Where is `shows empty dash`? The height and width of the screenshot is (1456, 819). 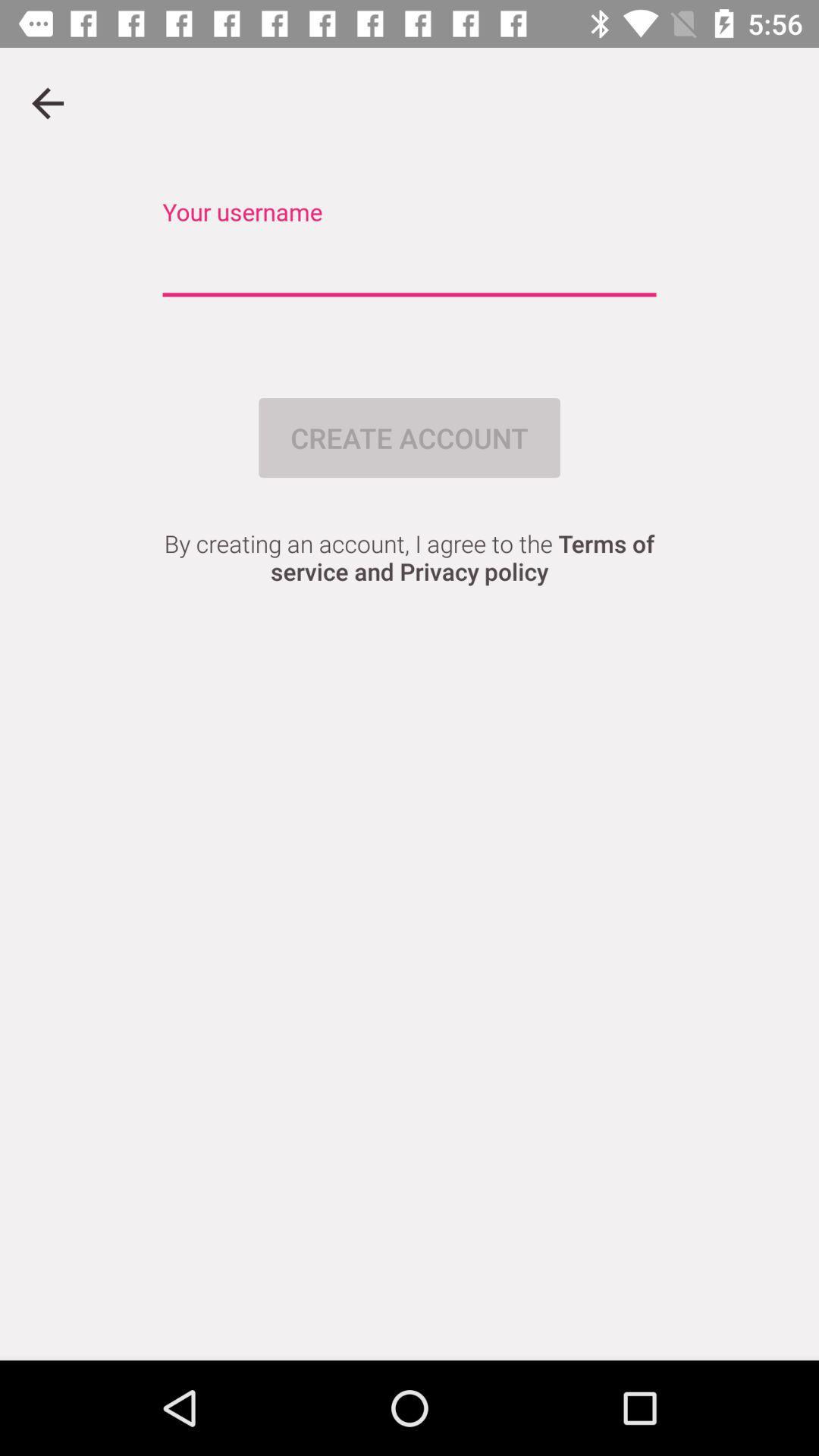
shows empty dash is located at coordinates (409, 265).